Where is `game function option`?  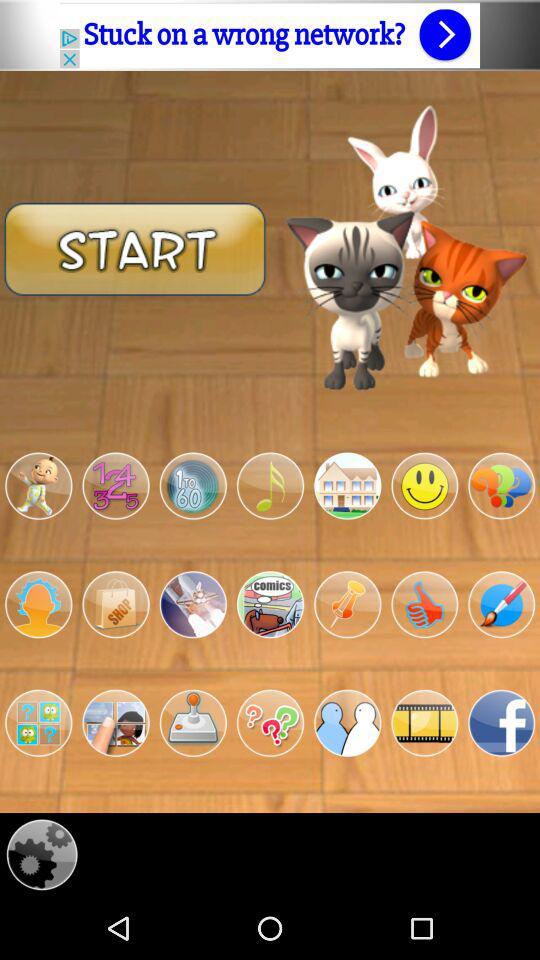
game function option is located at coordinates (115, 722).